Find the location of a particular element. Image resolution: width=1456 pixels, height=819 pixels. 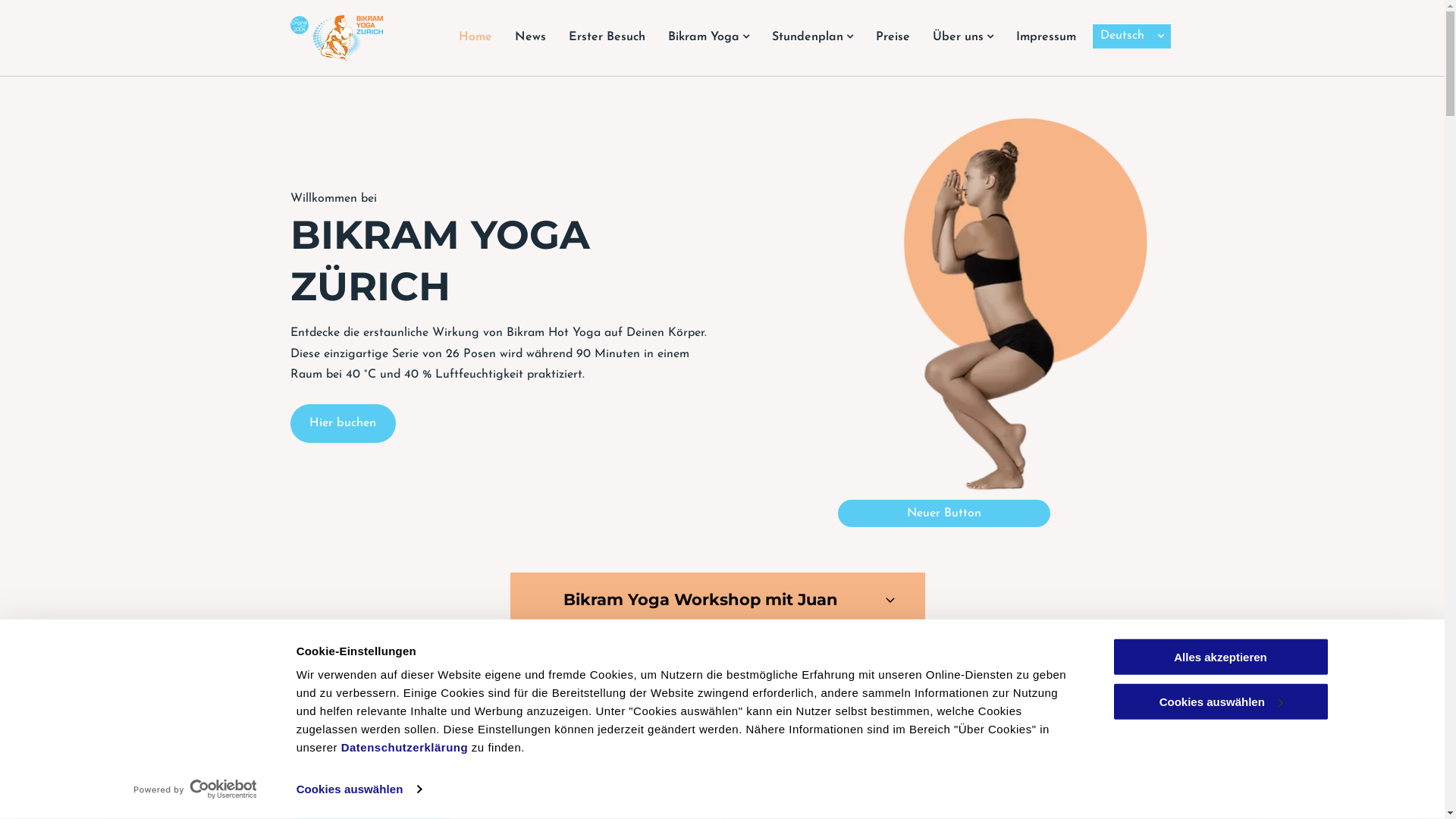

'Hier buchen' is located at coordinates (341, 423).